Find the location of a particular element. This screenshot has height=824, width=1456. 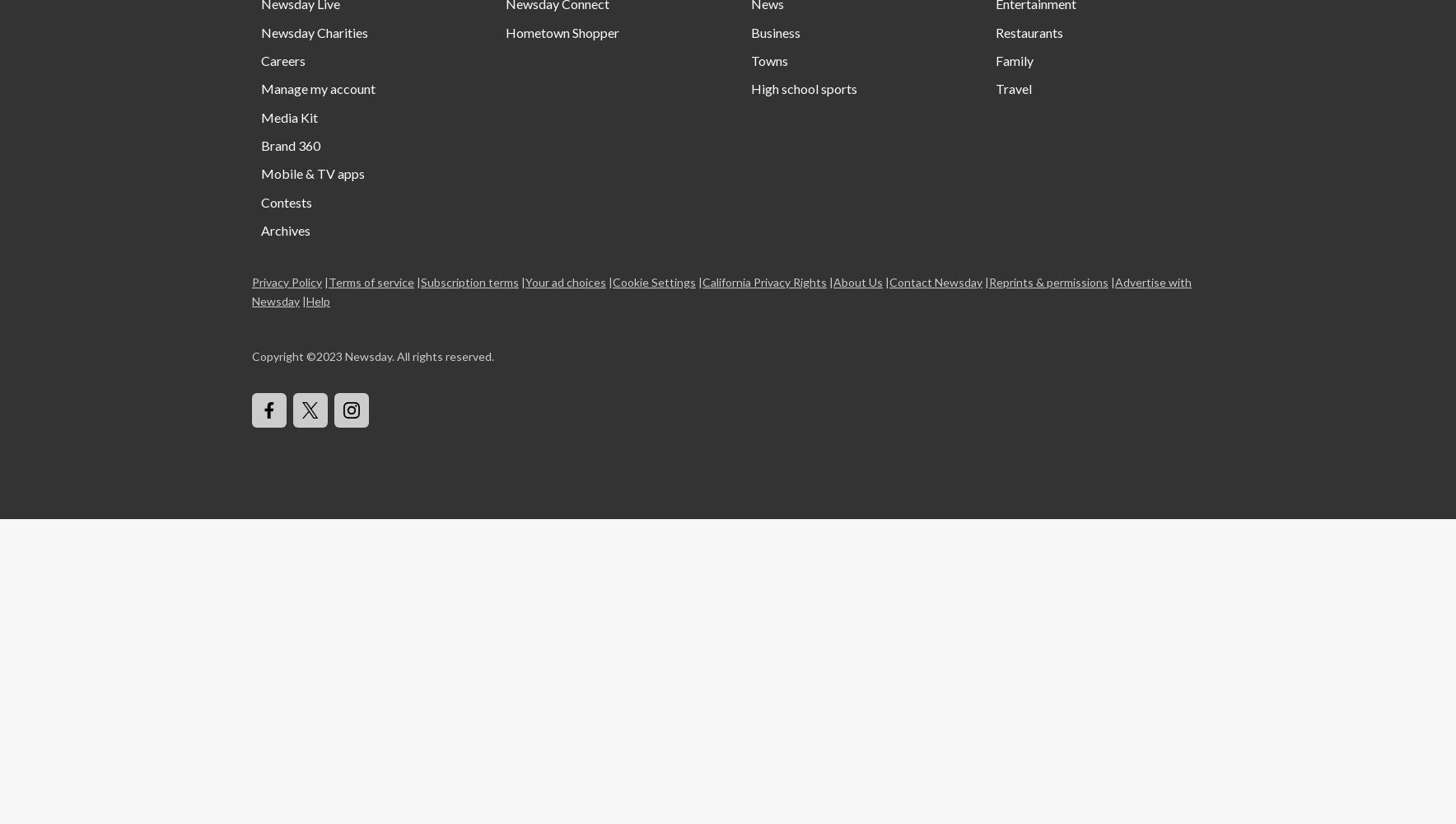

'Terms of service' is located at coordinates (371, 280).